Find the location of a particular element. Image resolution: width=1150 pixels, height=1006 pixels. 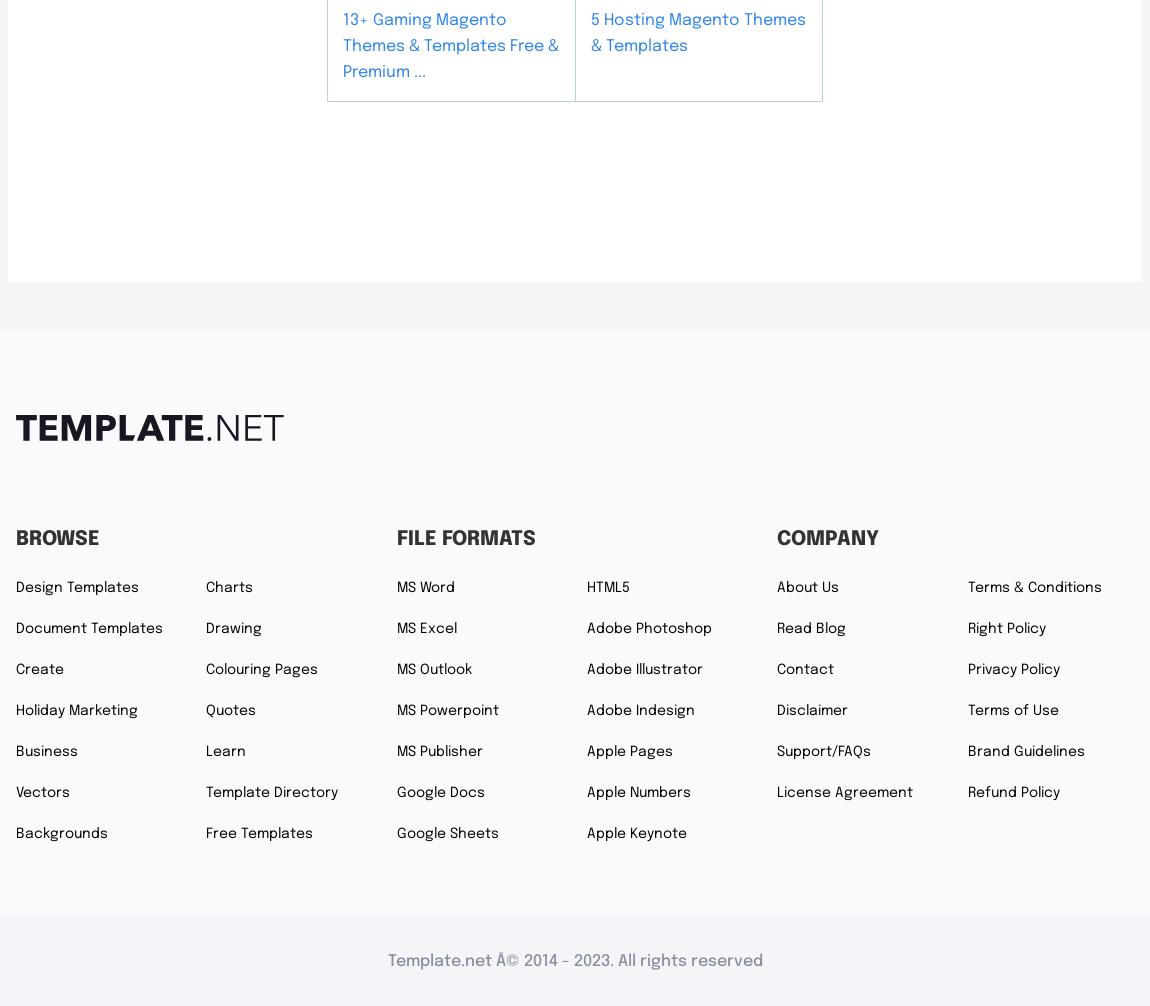

'Adobe Photoshop' is located at coordinates (648, 628).